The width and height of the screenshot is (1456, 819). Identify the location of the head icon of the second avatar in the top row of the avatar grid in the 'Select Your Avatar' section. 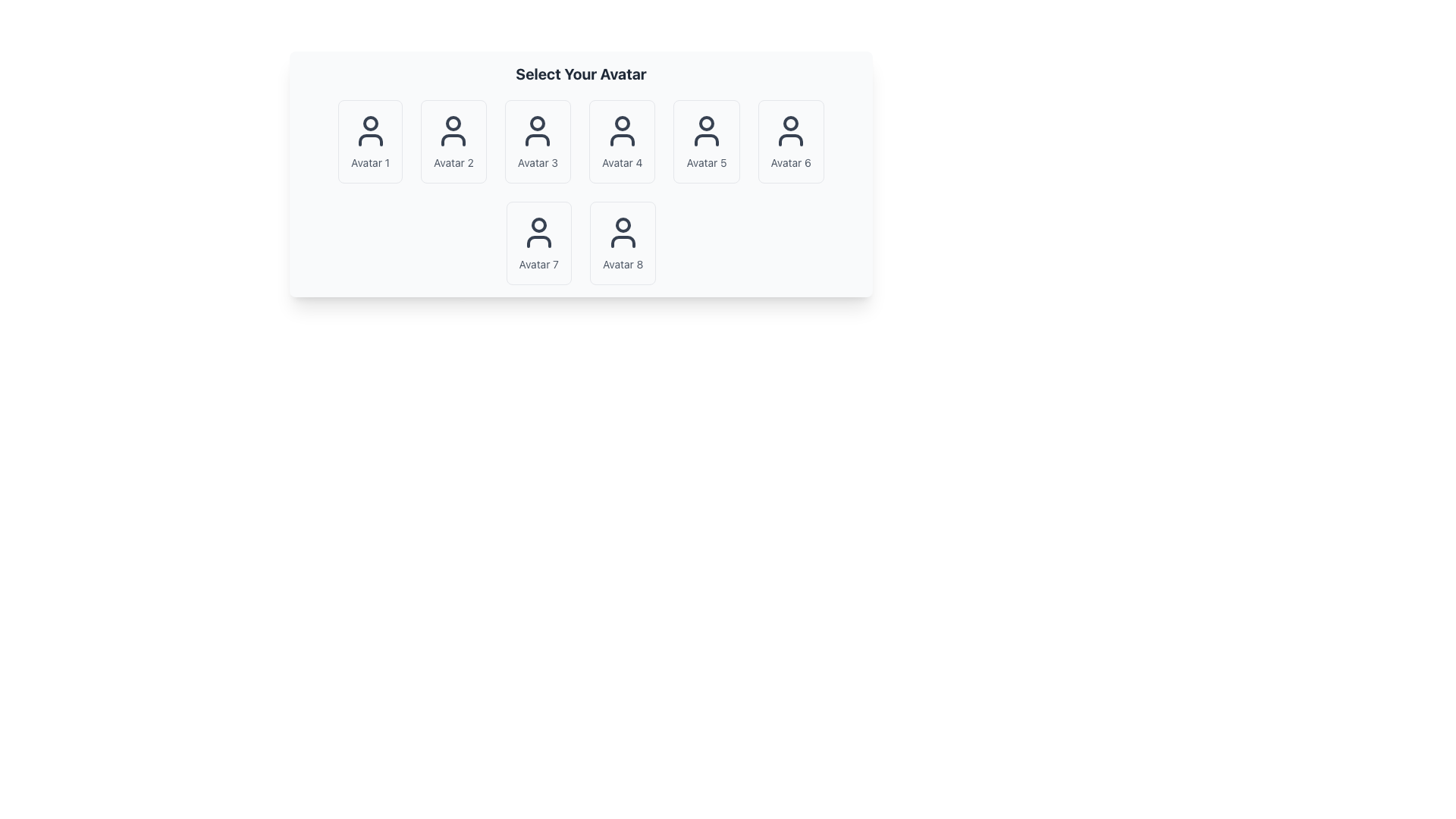
(453, 122).